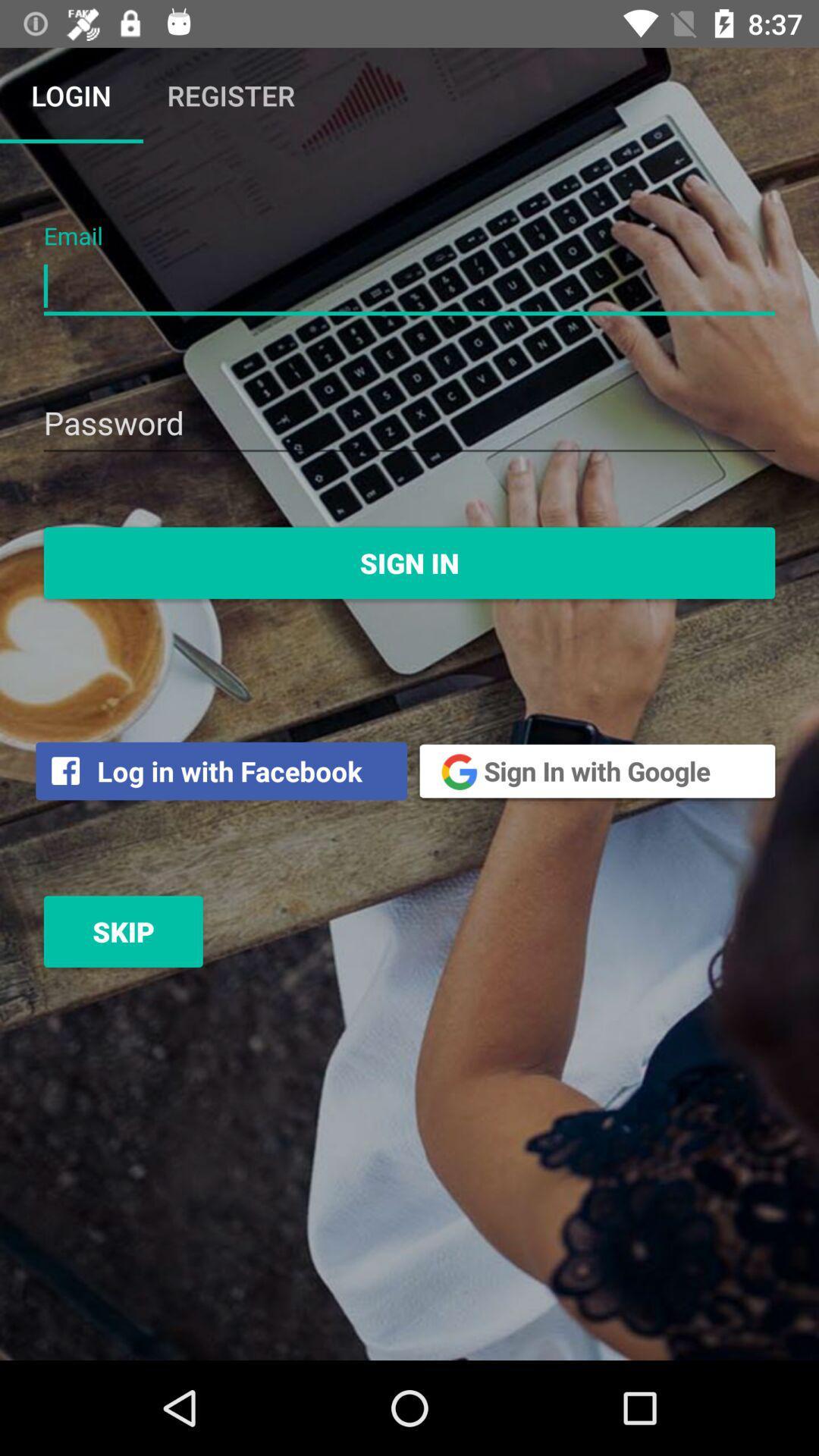  I want to click on login password, so click(409, 425).